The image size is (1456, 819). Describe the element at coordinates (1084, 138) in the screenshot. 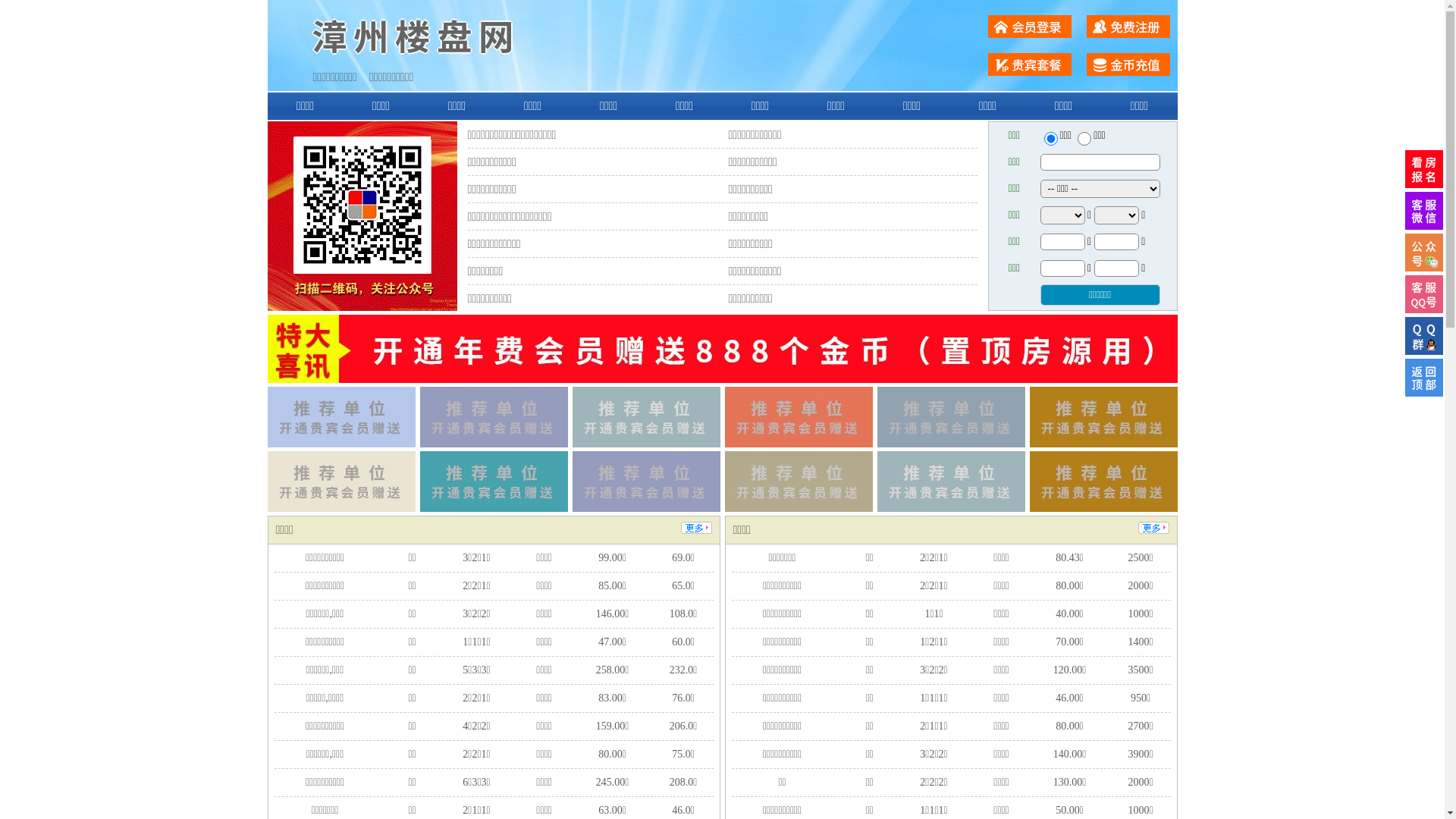

I see `'chuzu'` at that location.